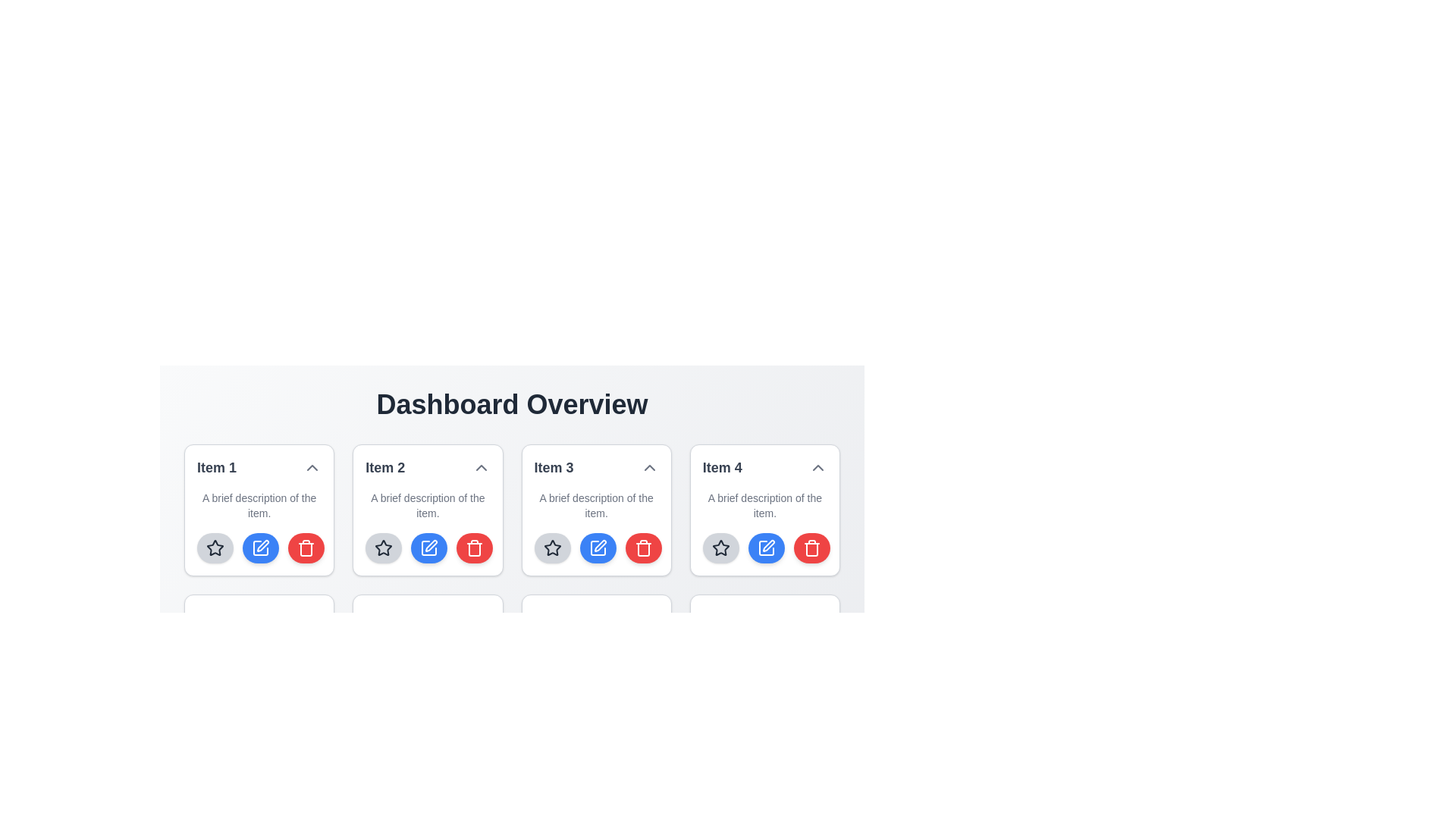  What do you see at coordinates (764, 506) in the screenshot?
I see `the static text element containing the sentence 'A brief description of the item.' which is styled in gray color and positioned below the title section of the card labeled 'Item 4'` at bounding box center [764, 506].